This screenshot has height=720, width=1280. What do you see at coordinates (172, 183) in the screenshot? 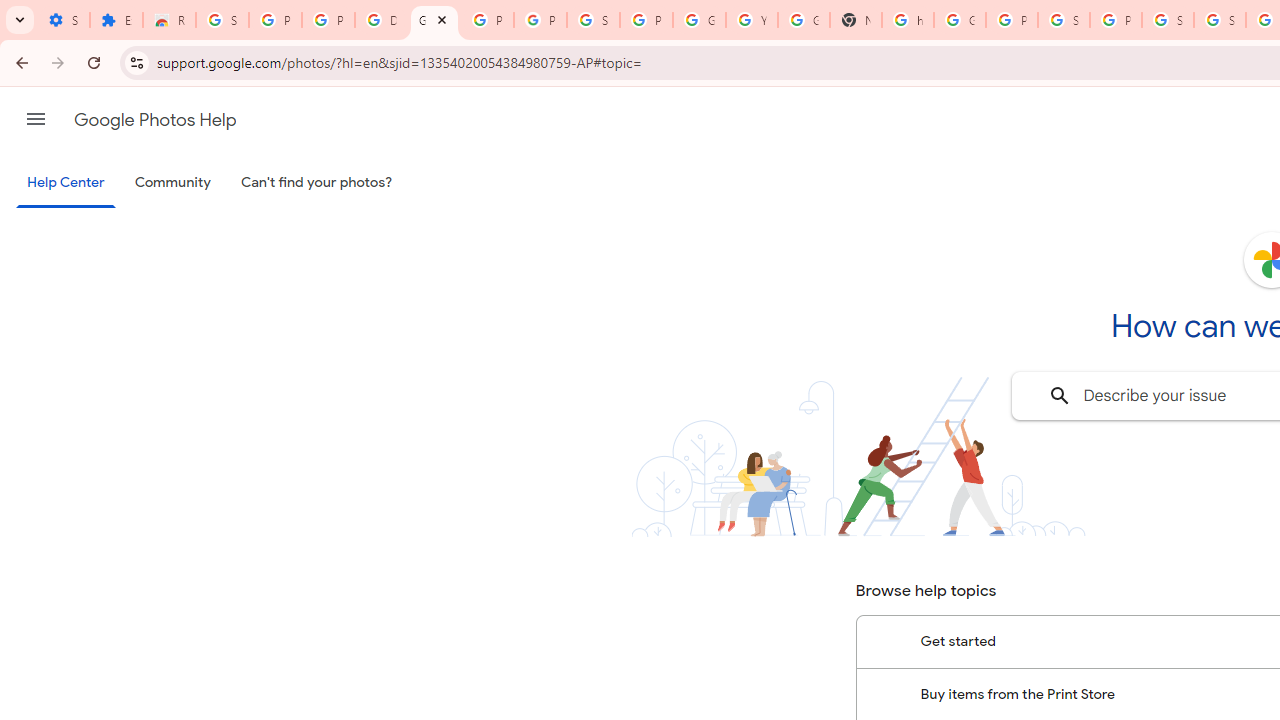
I see `'Community'` at bounding box center [172, 183].